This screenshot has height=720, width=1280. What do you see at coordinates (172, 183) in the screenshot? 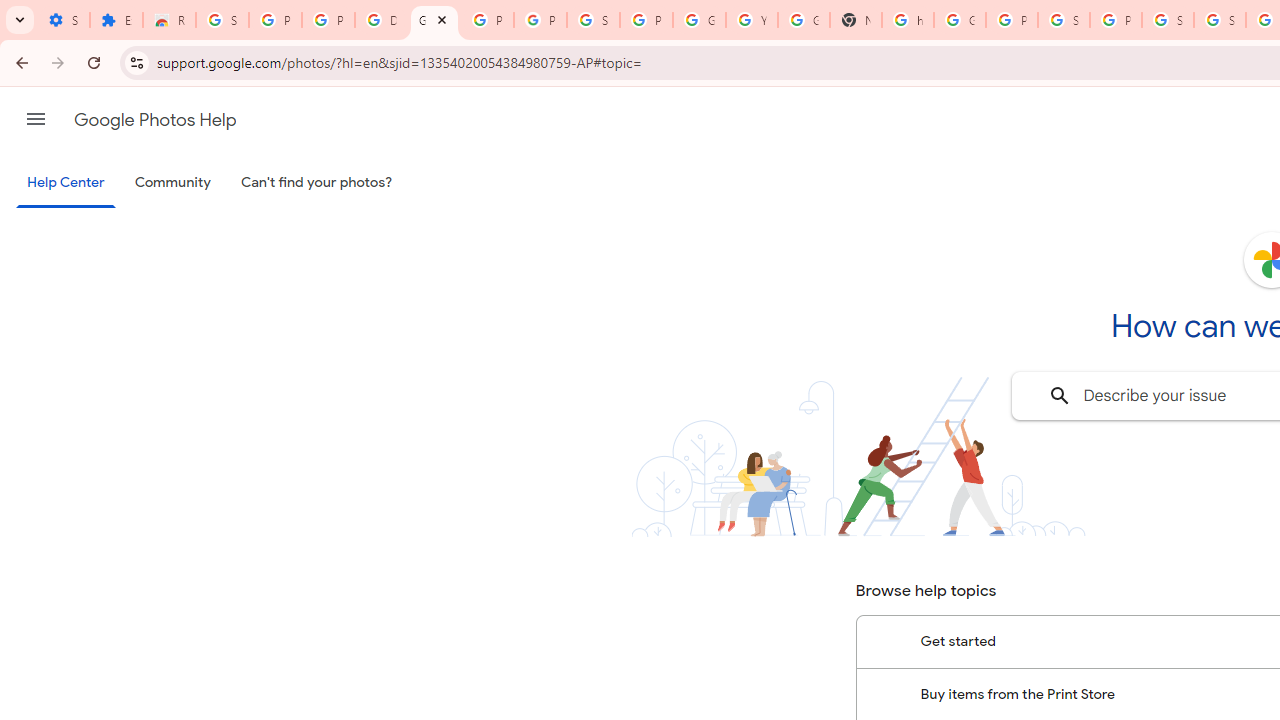
I see `'Community'` at bounding box center [172, 183].